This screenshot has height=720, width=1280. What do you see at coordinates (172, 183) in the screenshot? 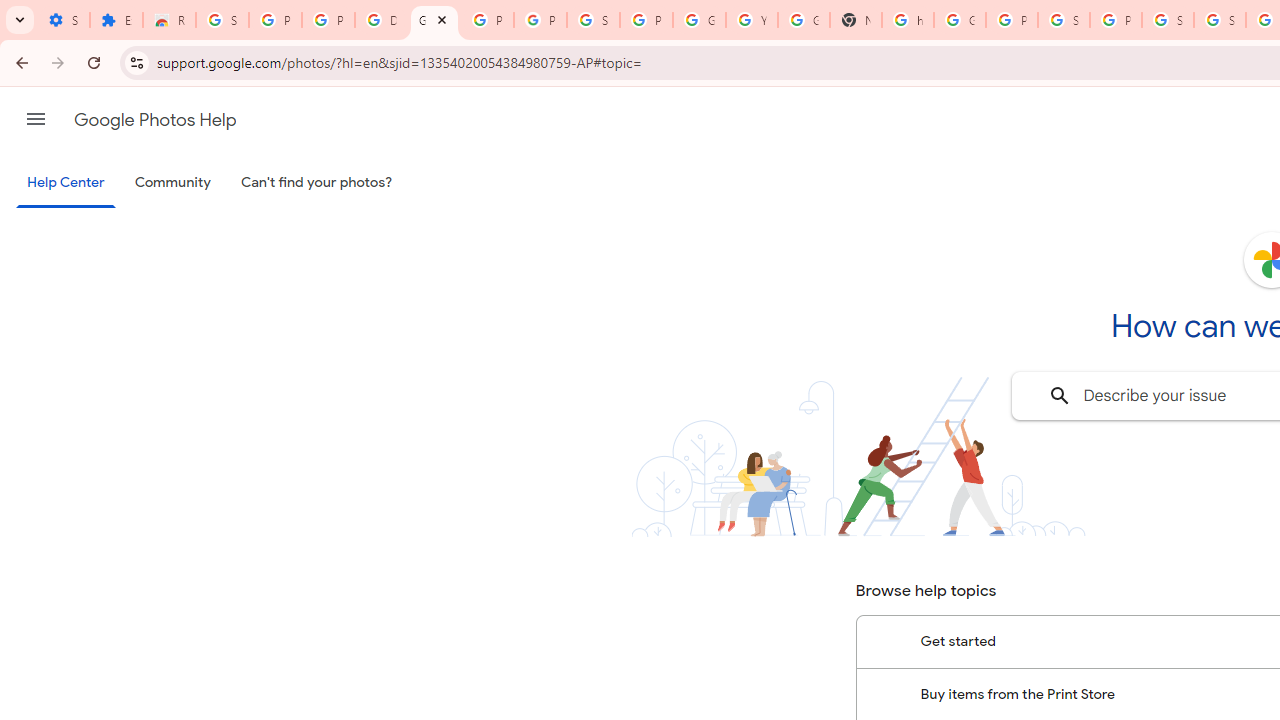
I see `'Community'` at bounding box center [172, 183].